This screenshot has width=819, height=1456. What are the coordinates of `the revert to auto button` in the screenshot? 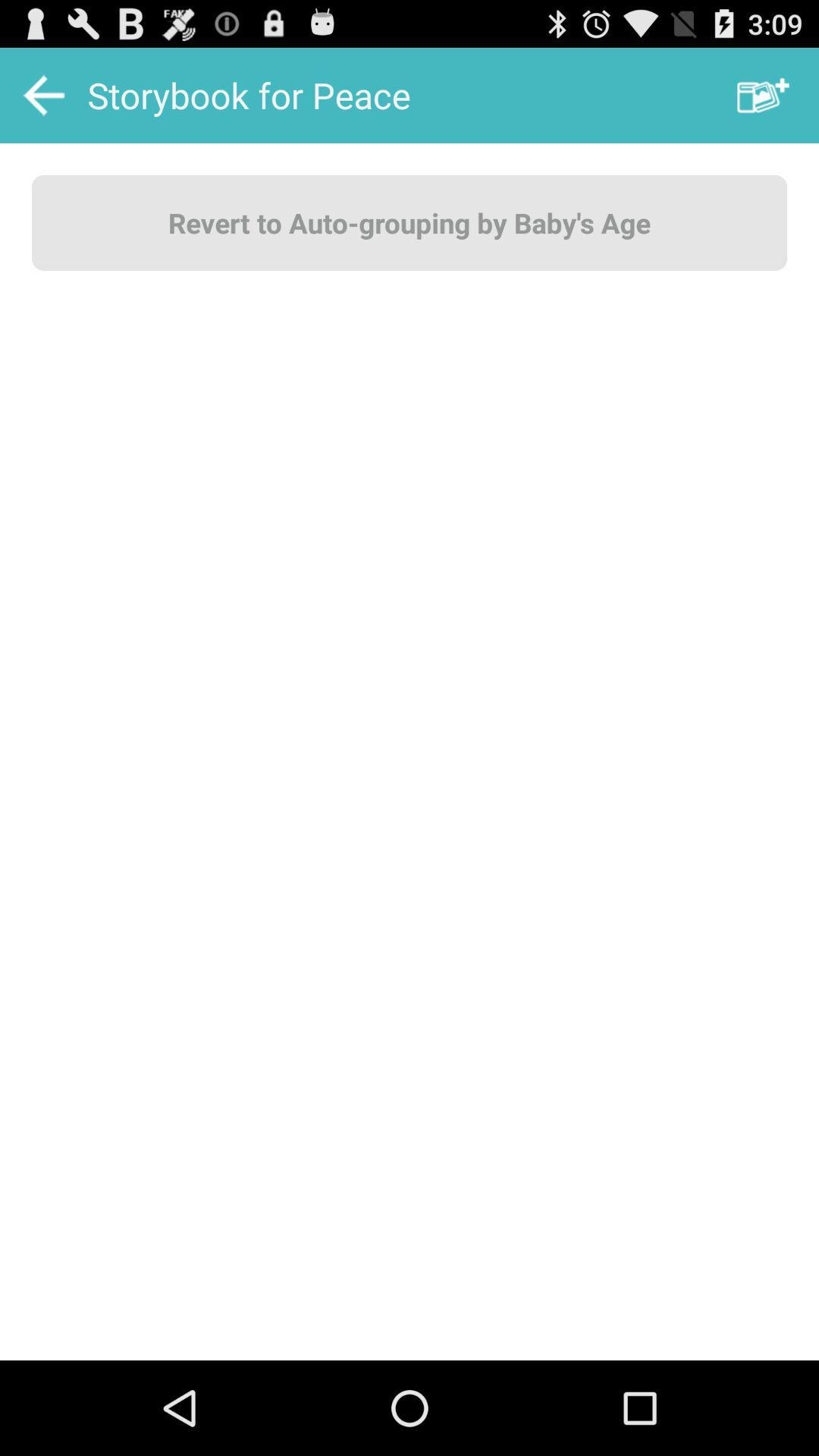 It's located at (409, 221).